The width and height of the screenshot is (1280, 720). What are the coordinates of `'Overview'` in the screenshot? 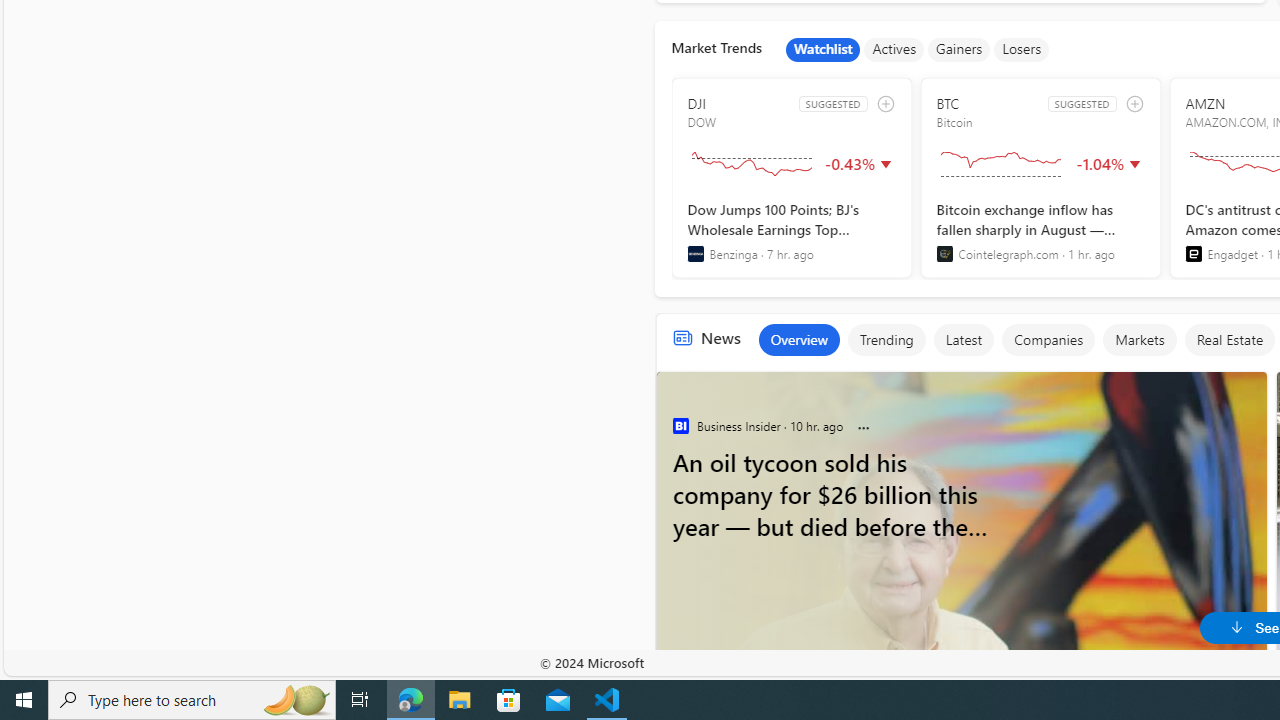 It's located at (797, 338).